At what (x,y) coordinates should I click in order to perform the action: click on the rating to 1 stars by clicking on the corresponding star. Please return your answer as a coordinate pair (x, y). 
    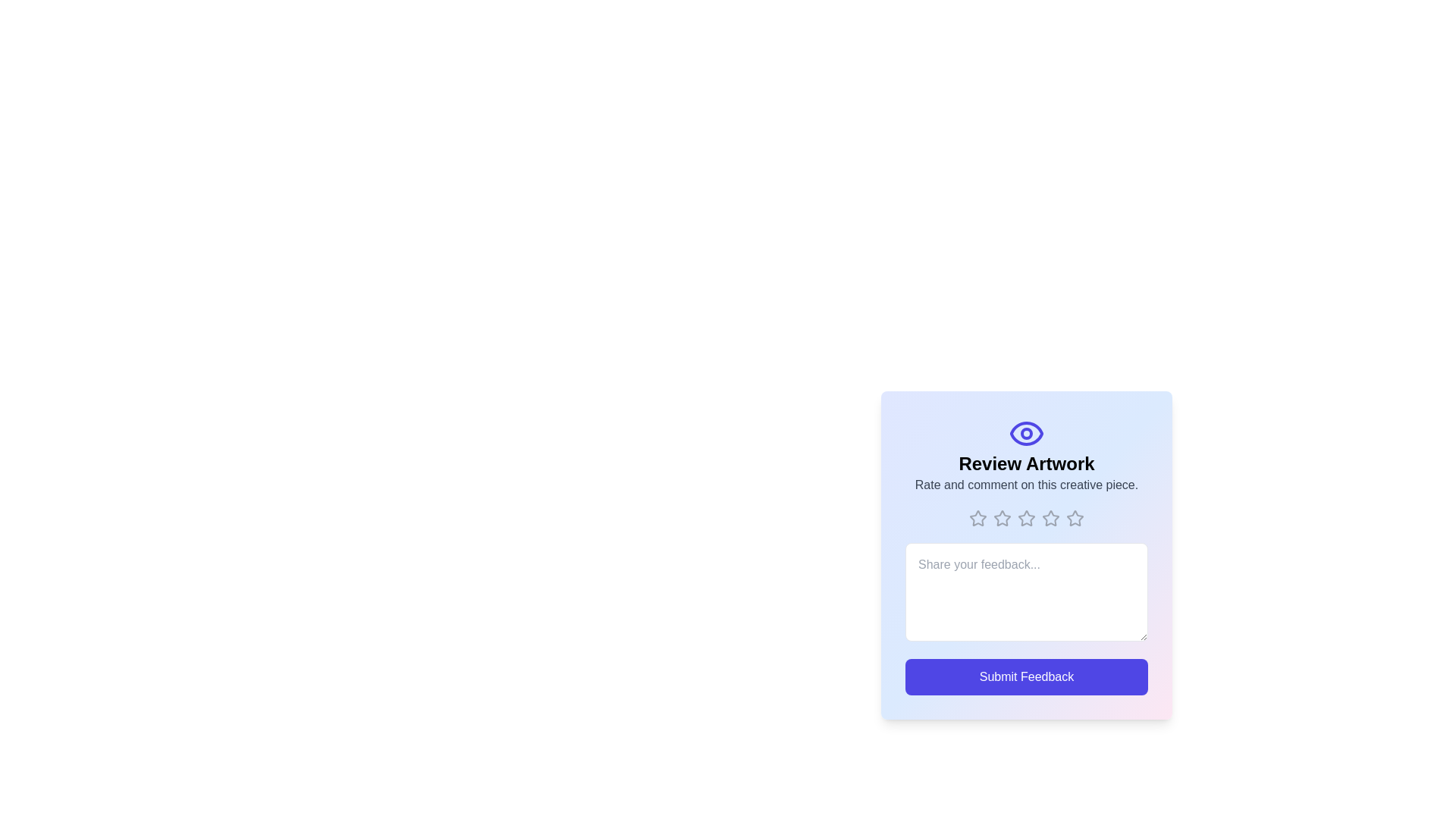
    Looking at the image, I should click on (978, 517).